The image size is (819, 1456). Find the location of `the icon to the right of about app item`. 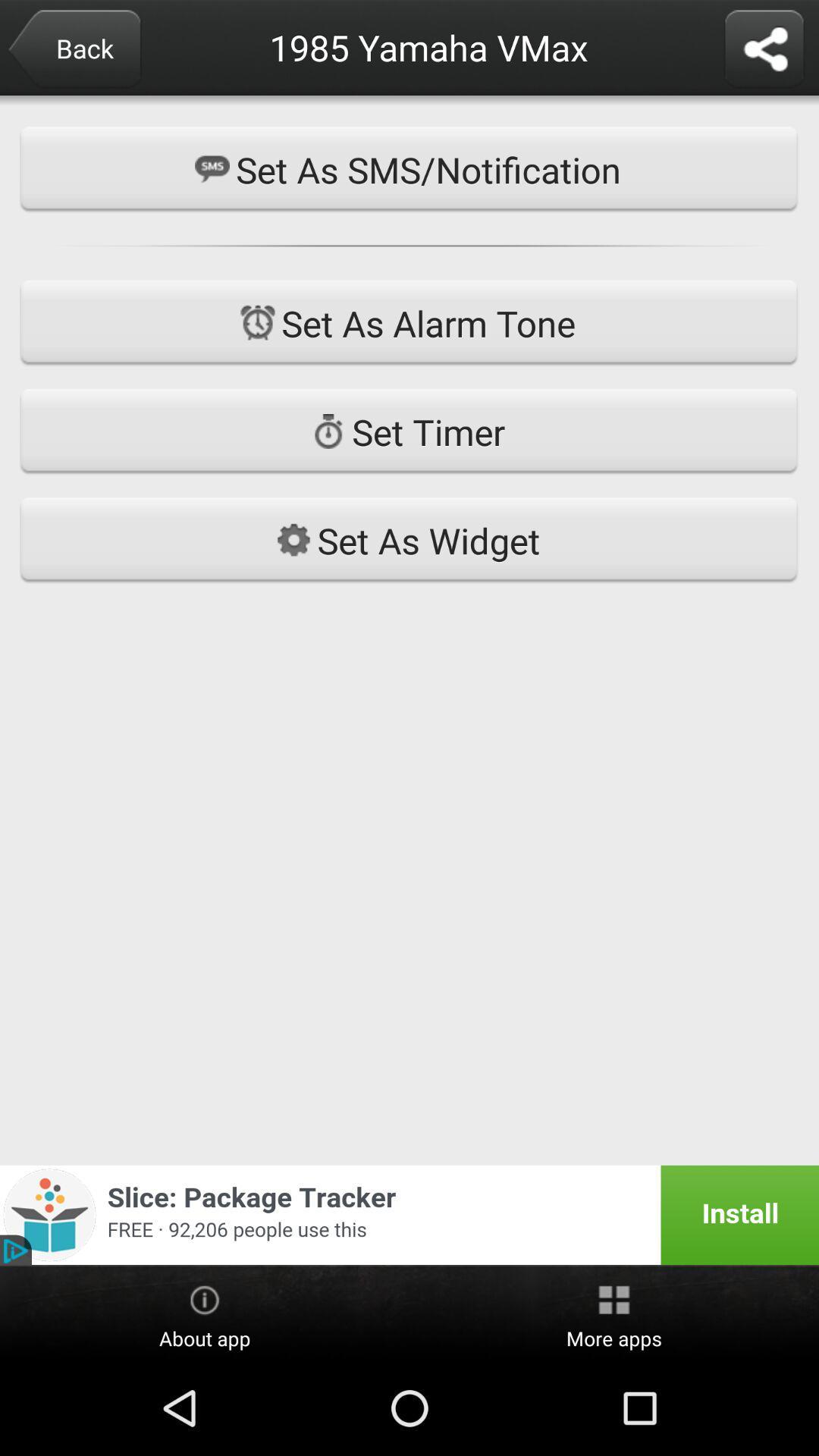

the icon to the right of about app item is located at coordinates (614, 1313).